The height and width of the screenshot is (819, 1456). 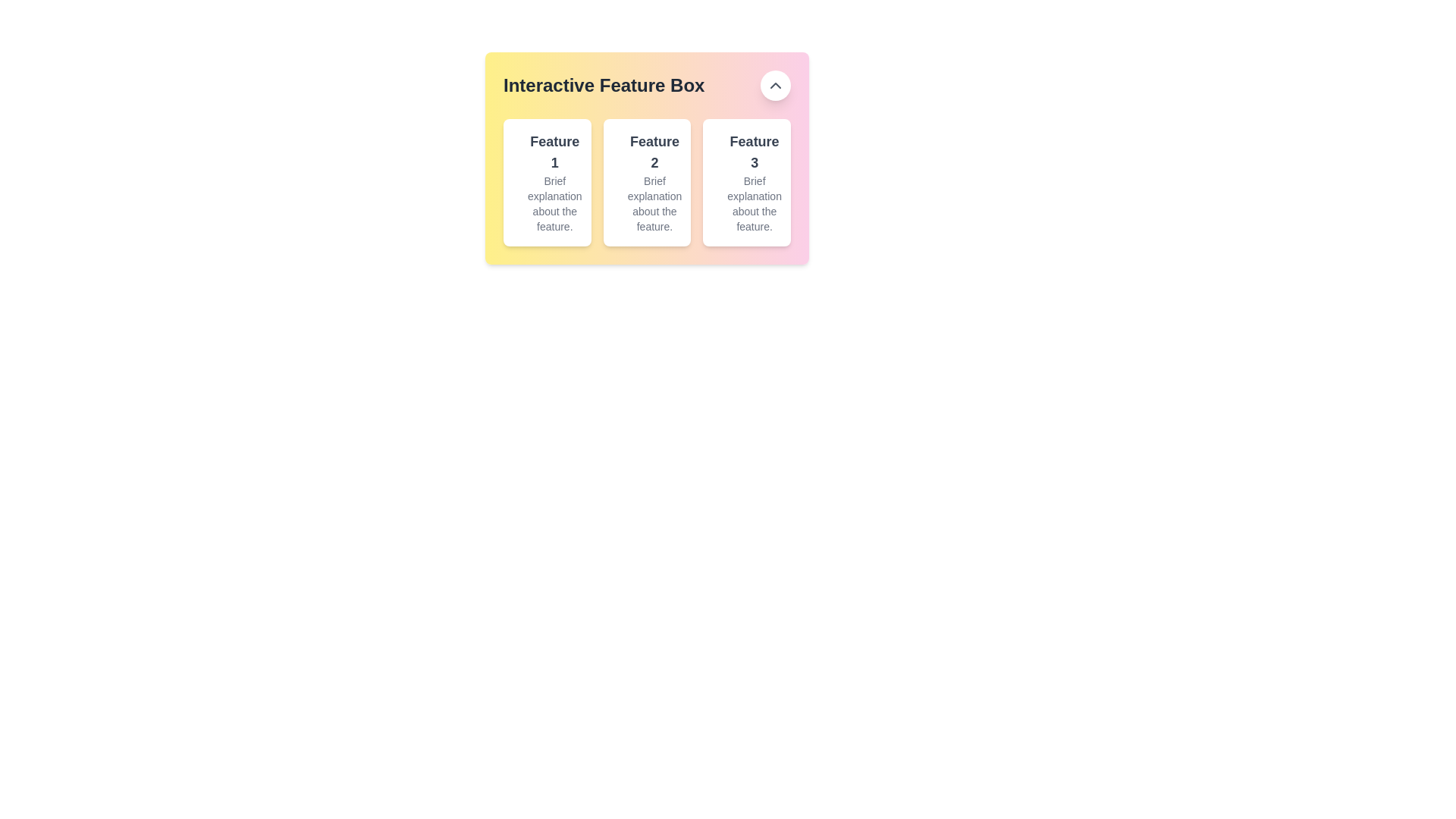 I want to click on the second card in the 'Interactive Feature Box' that displays details about the second feature in the series, so click(x=647, y=158).